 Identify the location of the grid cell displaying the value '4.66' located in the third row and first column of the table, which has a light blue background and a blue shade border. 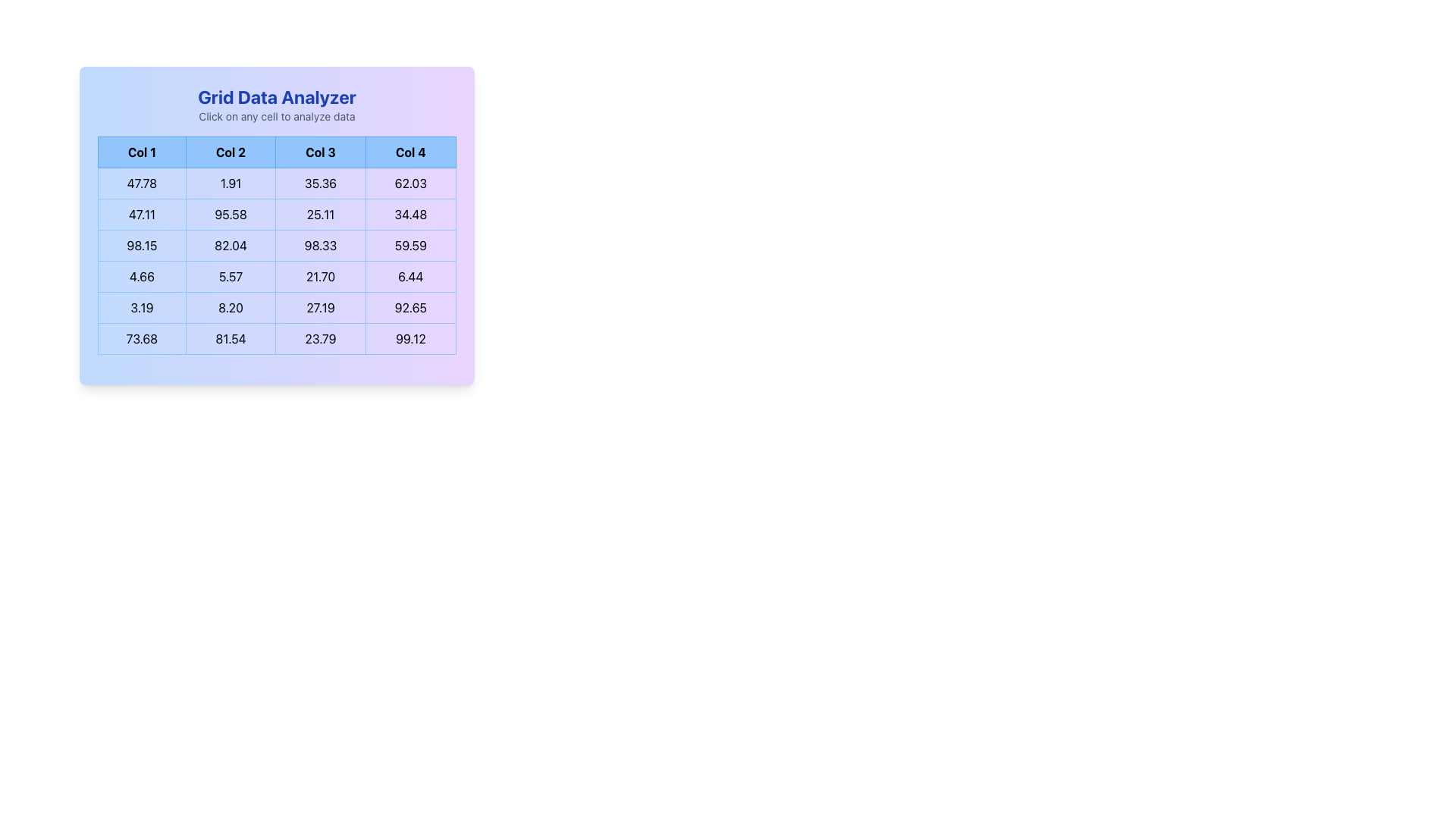
(142, 277).